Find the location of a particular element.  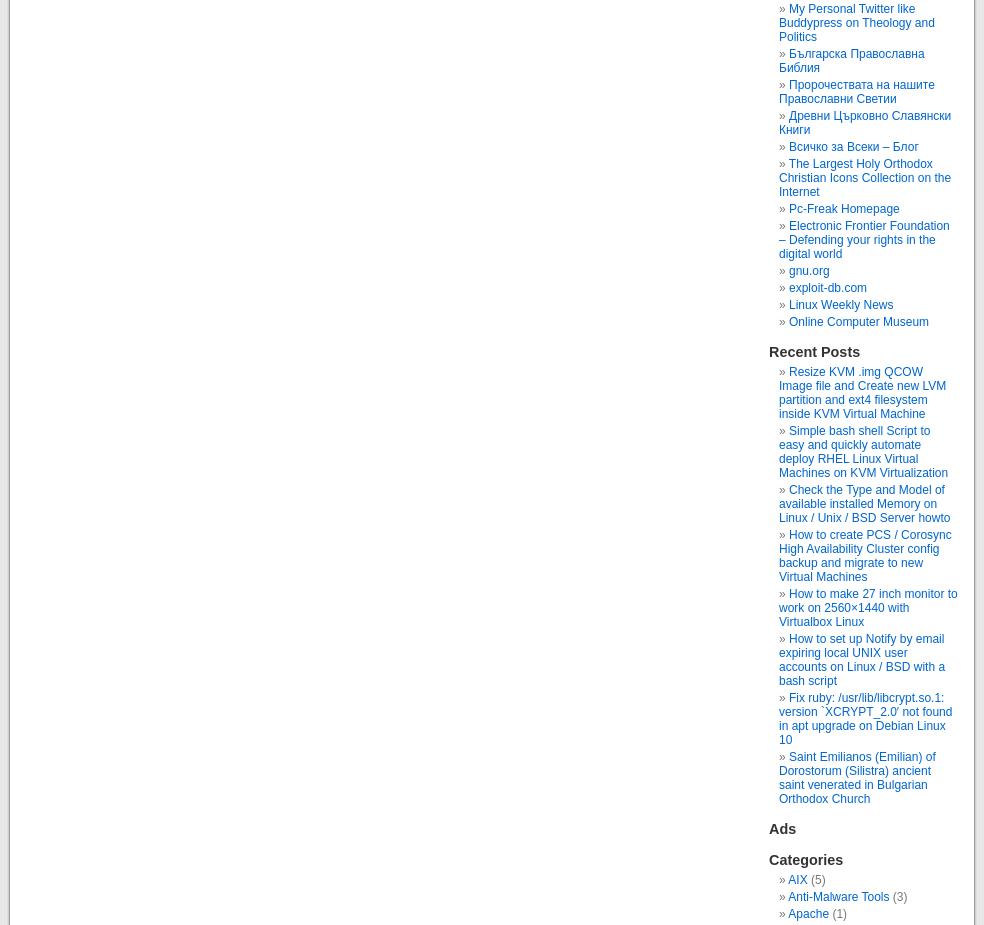

'Categories' is located at coordinates (767, 859).